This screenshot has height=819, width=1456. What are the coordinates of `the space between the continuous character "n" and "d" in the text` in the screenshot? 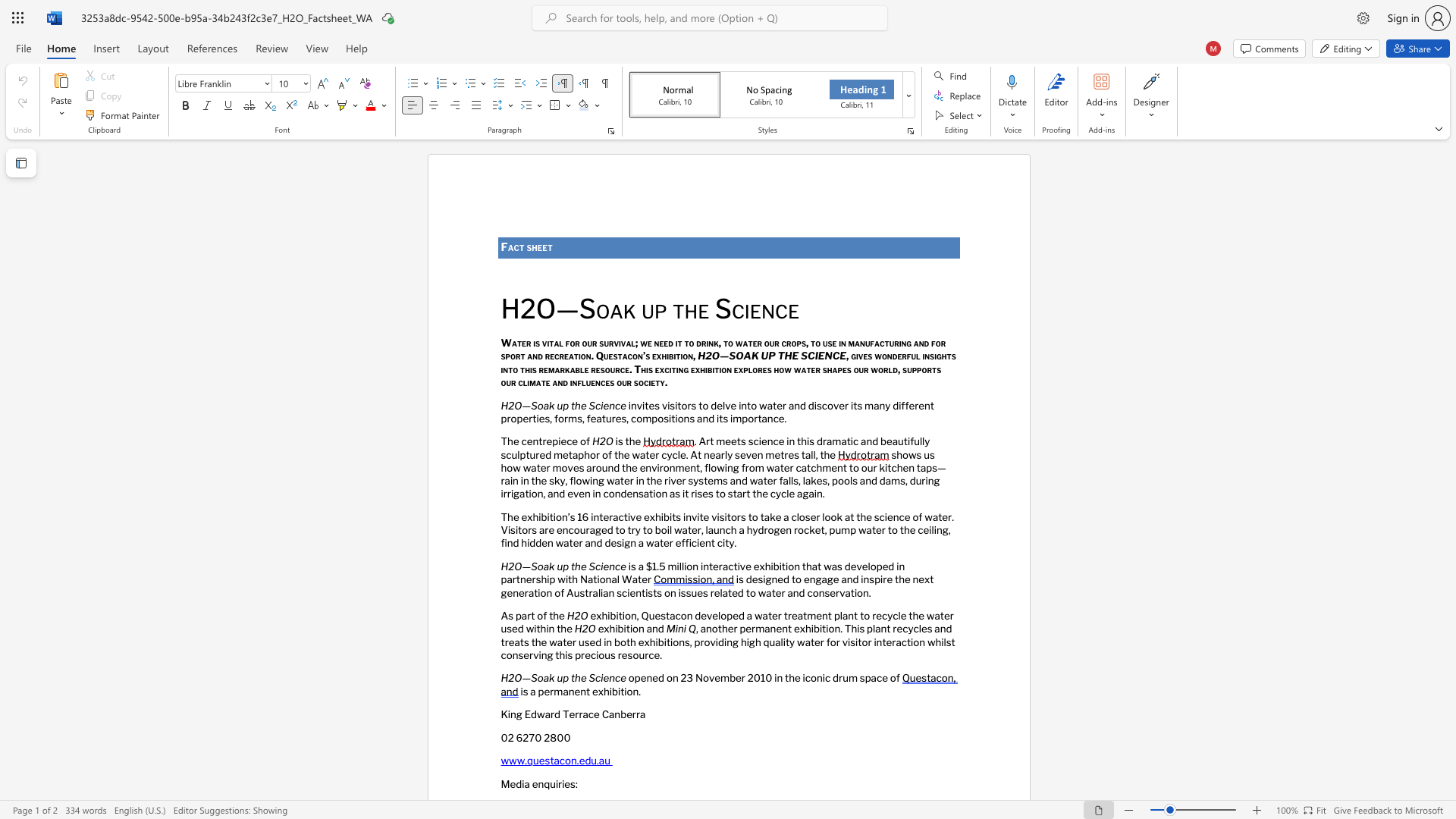 It's located at (657, 629).